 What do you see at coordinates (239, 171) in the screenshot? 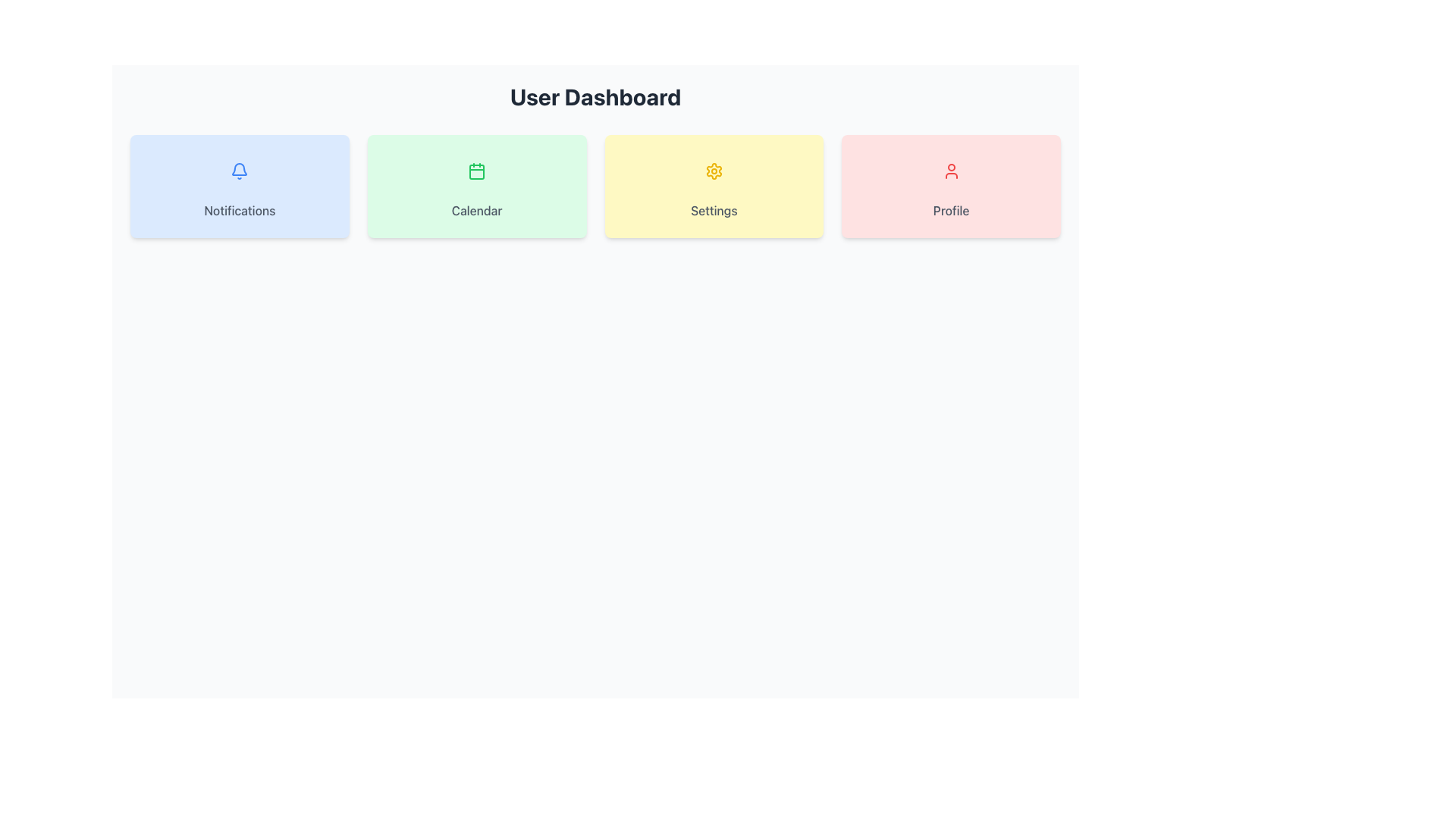
I see `the notification icon located at the top of the 'Notifications' panel` at bounding box center [239, 171].